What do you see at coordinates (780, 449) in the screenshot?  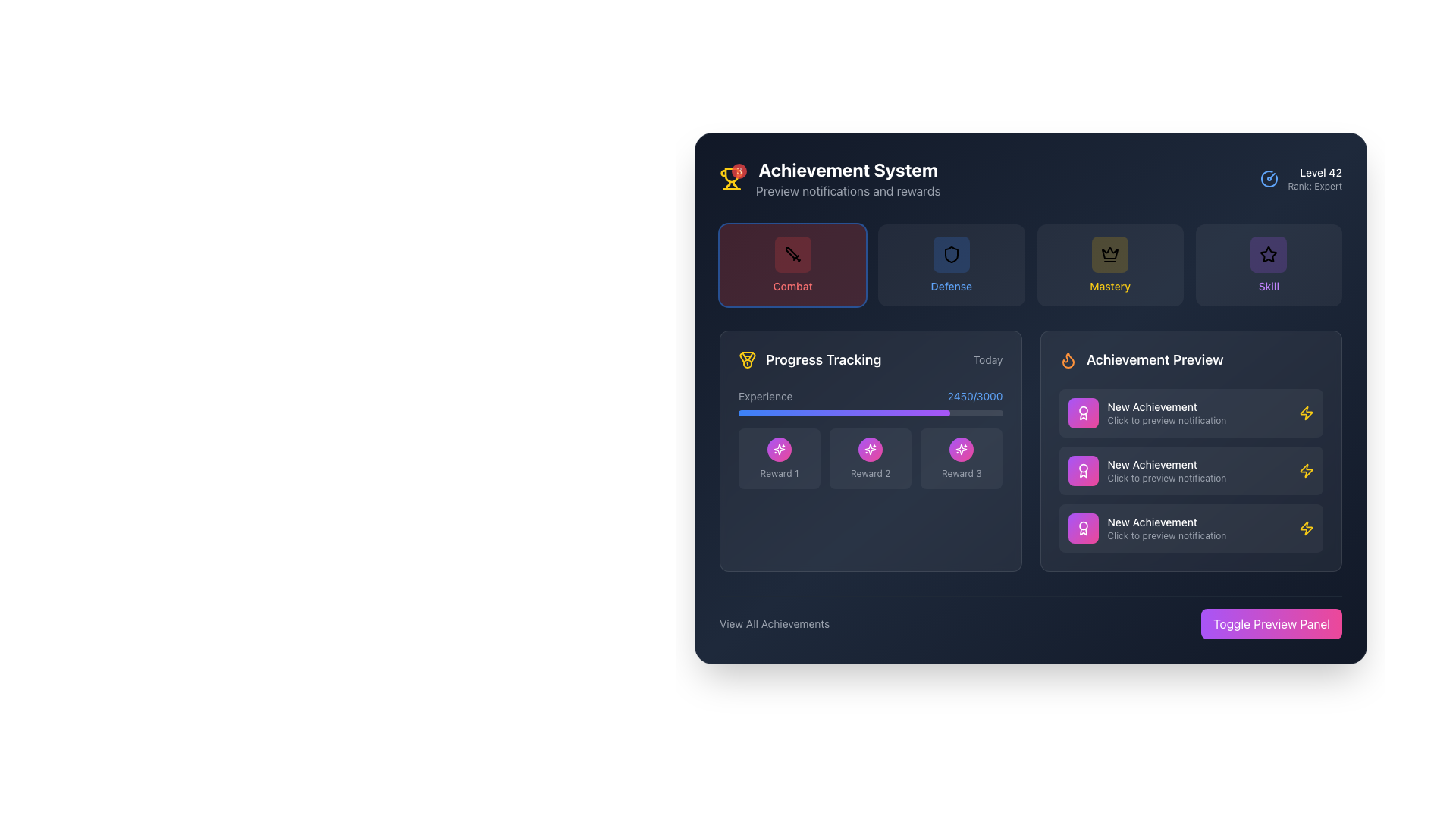 I see `the reward icon labeled 'Reward 1' located in the middle row of the 'Progress Tracking' section, specifically in the first position of a three-item horizontal group` at bounding box center [780, 449].